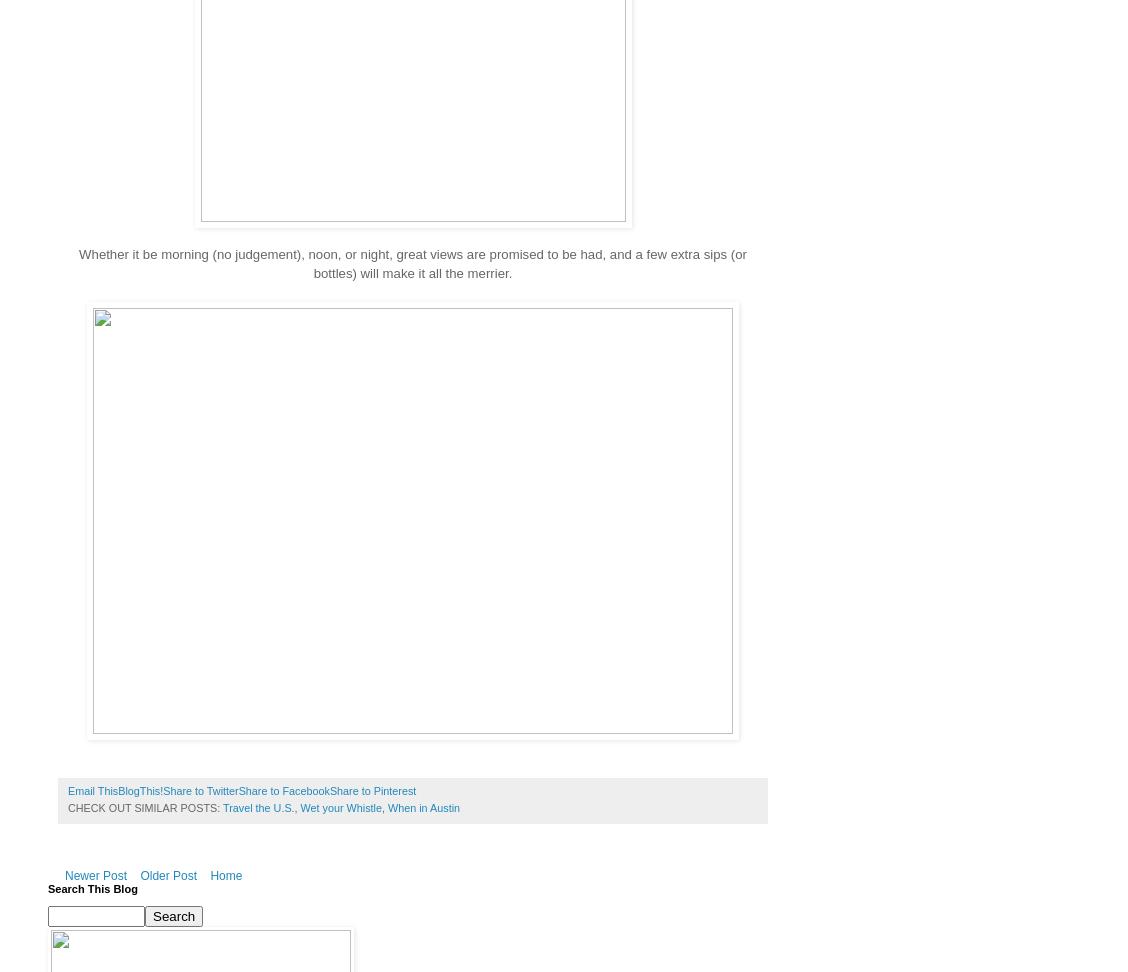 The width and height of the screenshot is (1128, 972). I want to click on 'Older Post', so click(167, 874).